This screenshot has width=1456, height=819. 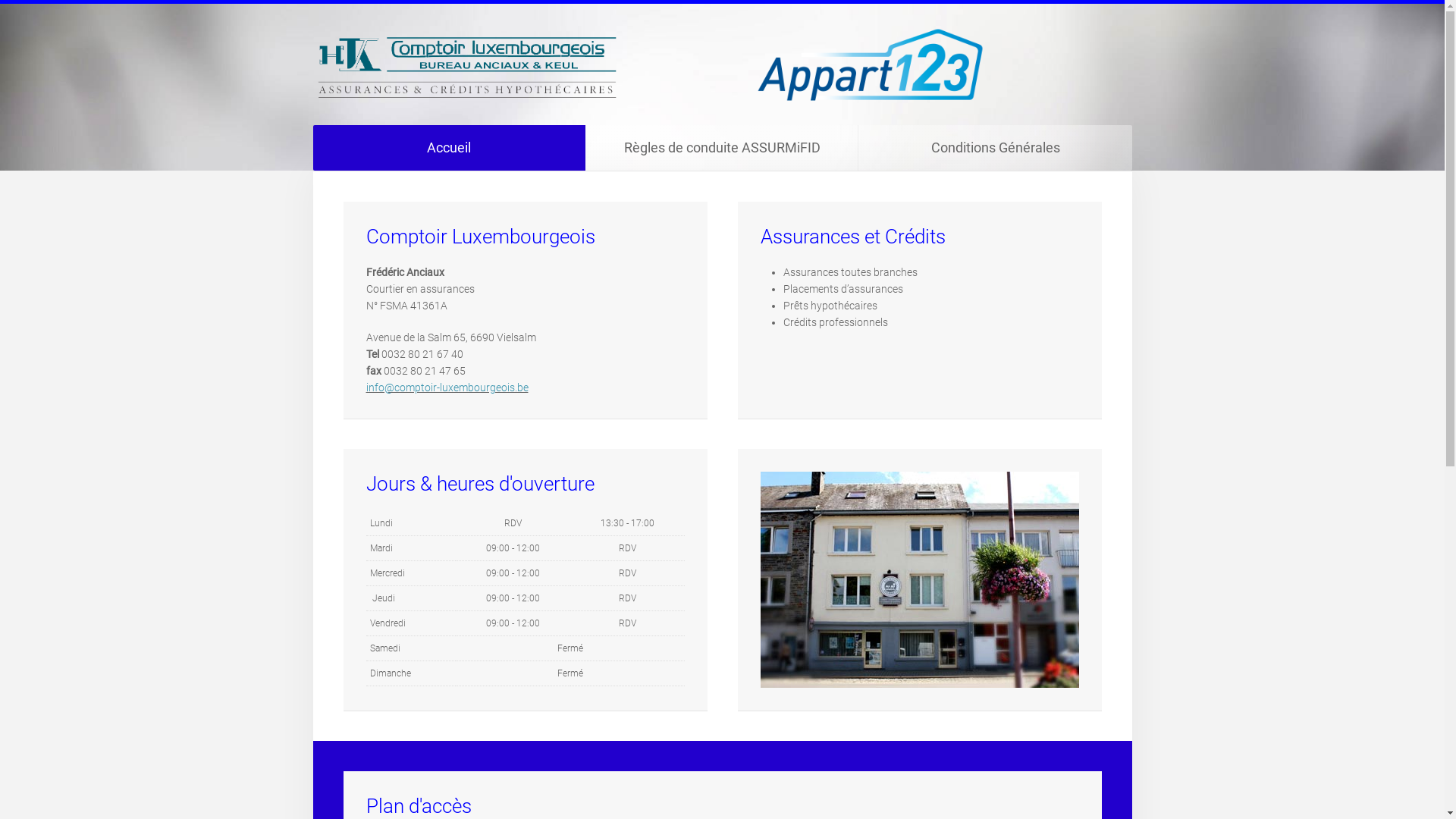 I want to click on 'Accueil', so click(x=447, y=148).